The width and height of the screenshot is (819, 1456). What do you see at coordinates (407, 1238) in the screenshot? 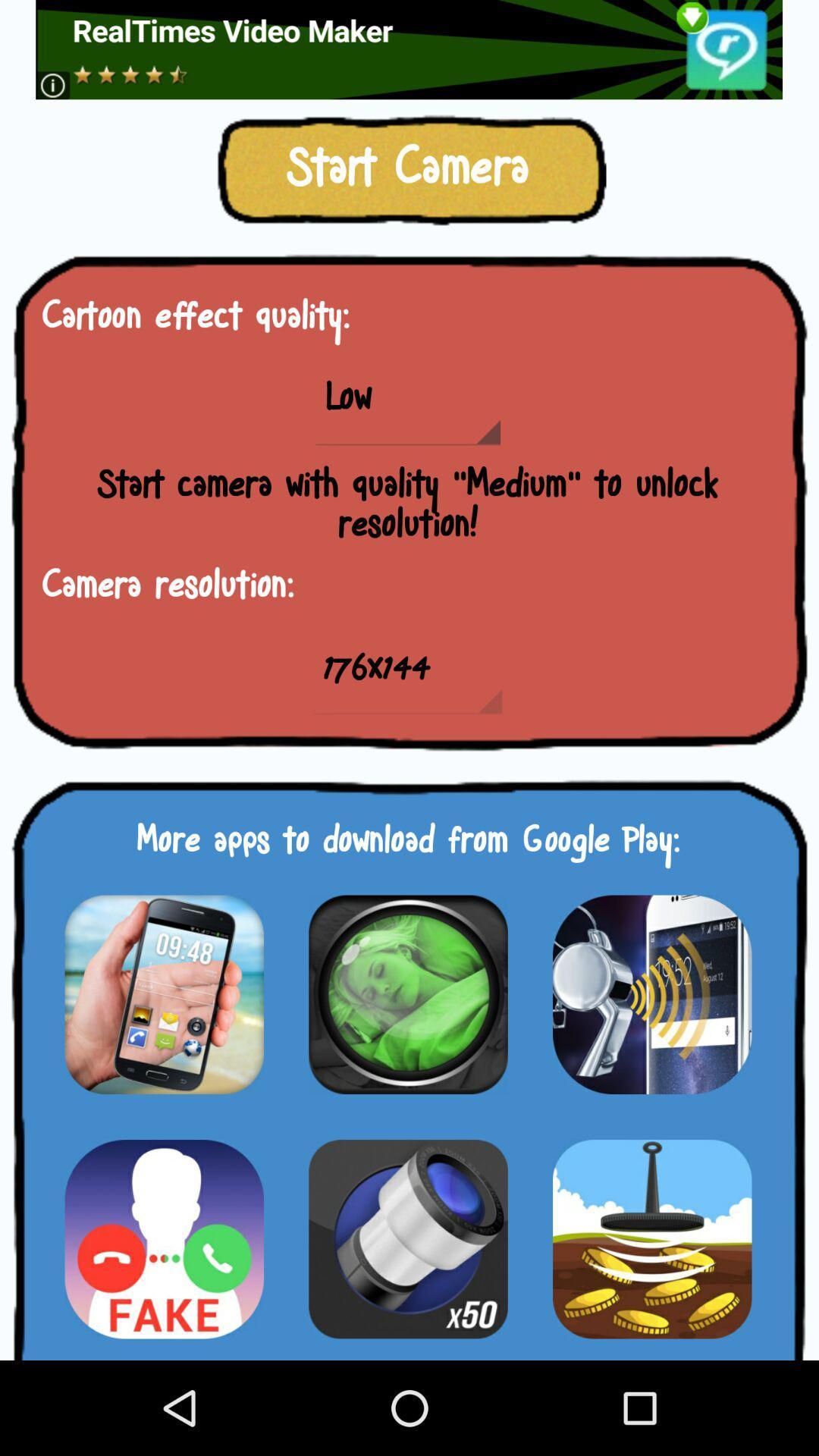
I see `choose option` at bounding box center [407, 1238].